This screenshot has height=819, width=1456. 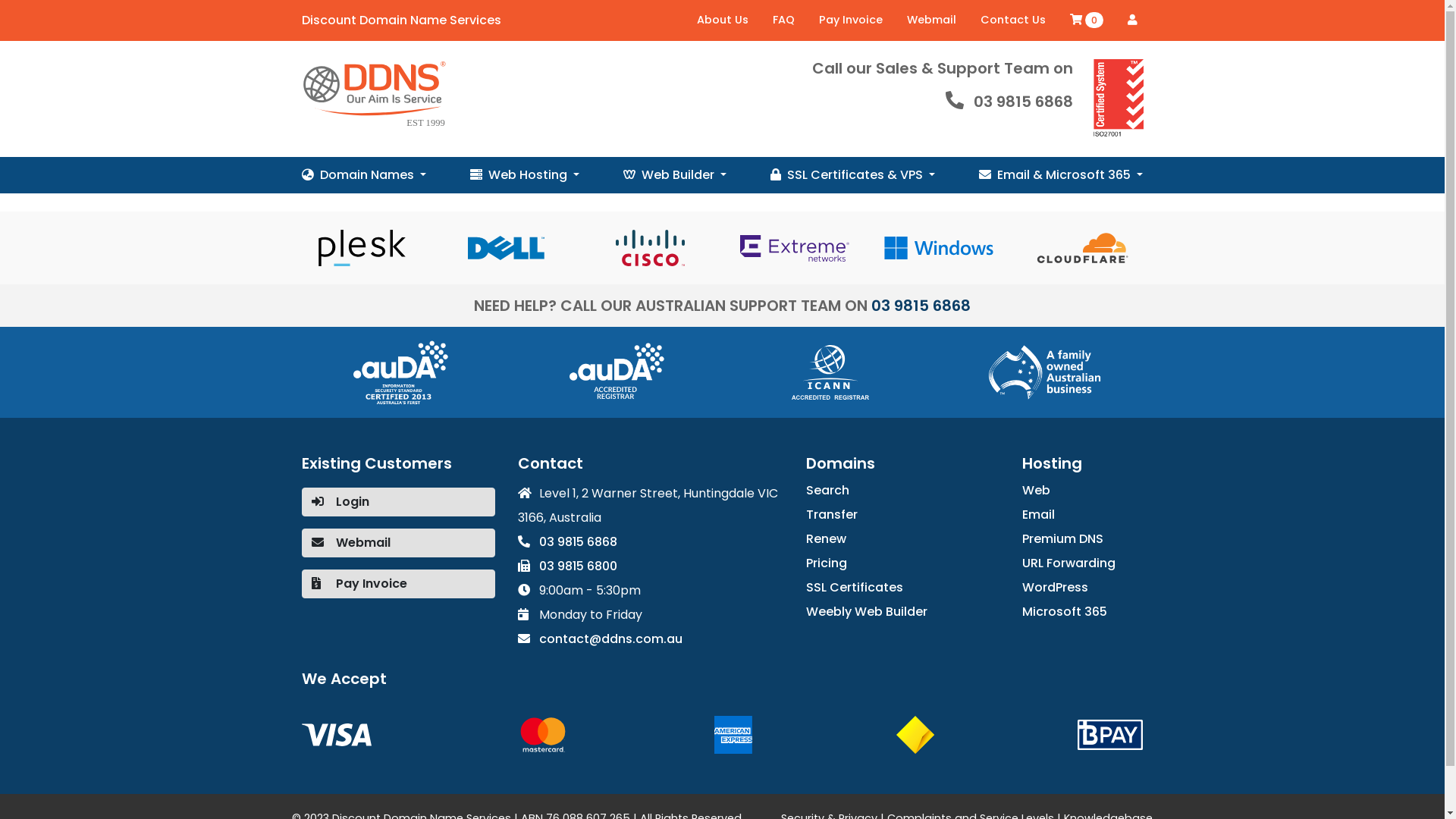 I want to click on 'Premium DNS', so click(x=1081, y=538).